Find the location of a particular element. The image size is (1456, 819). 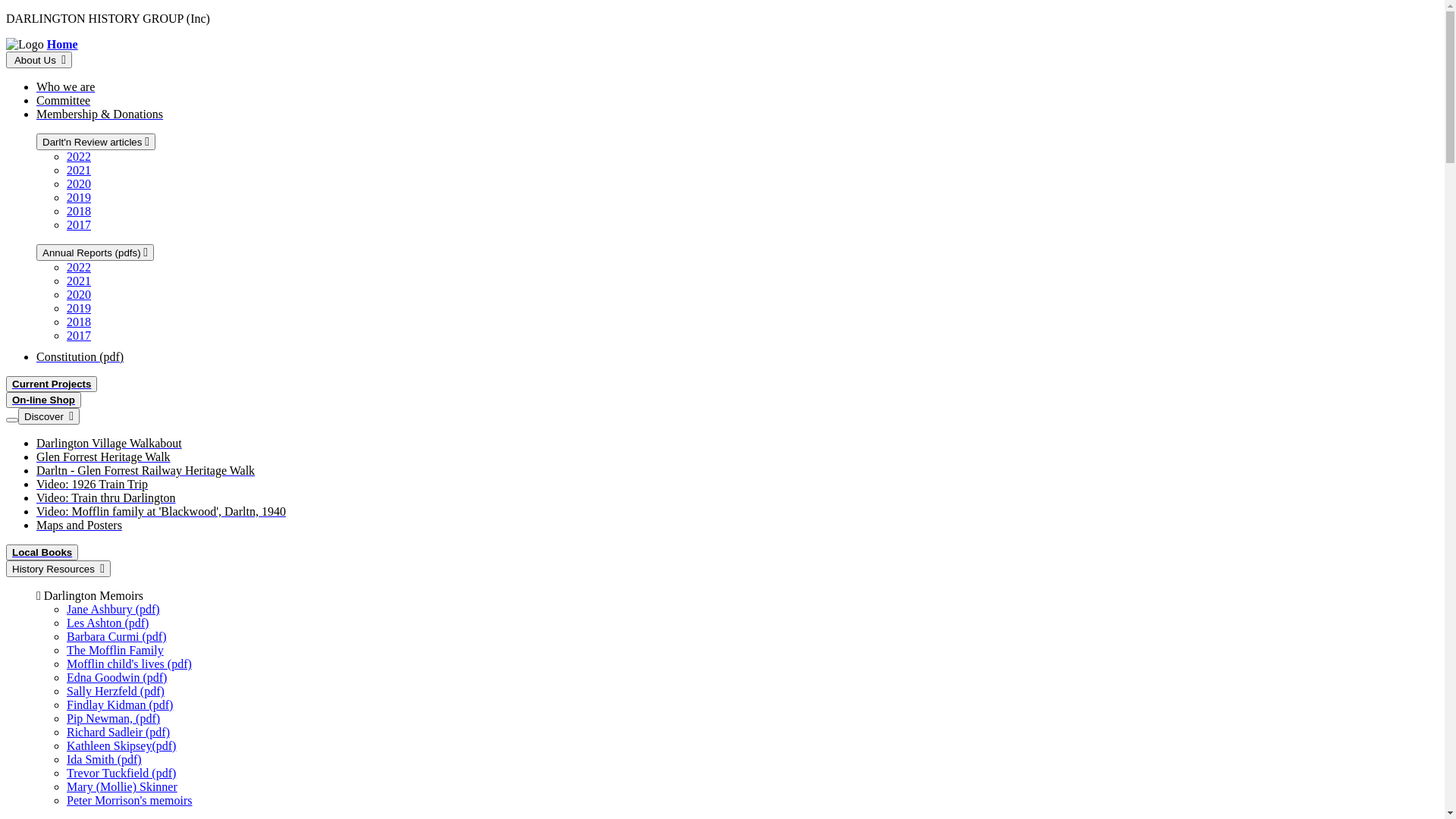

'2019' is located at coordinates (65, 307).